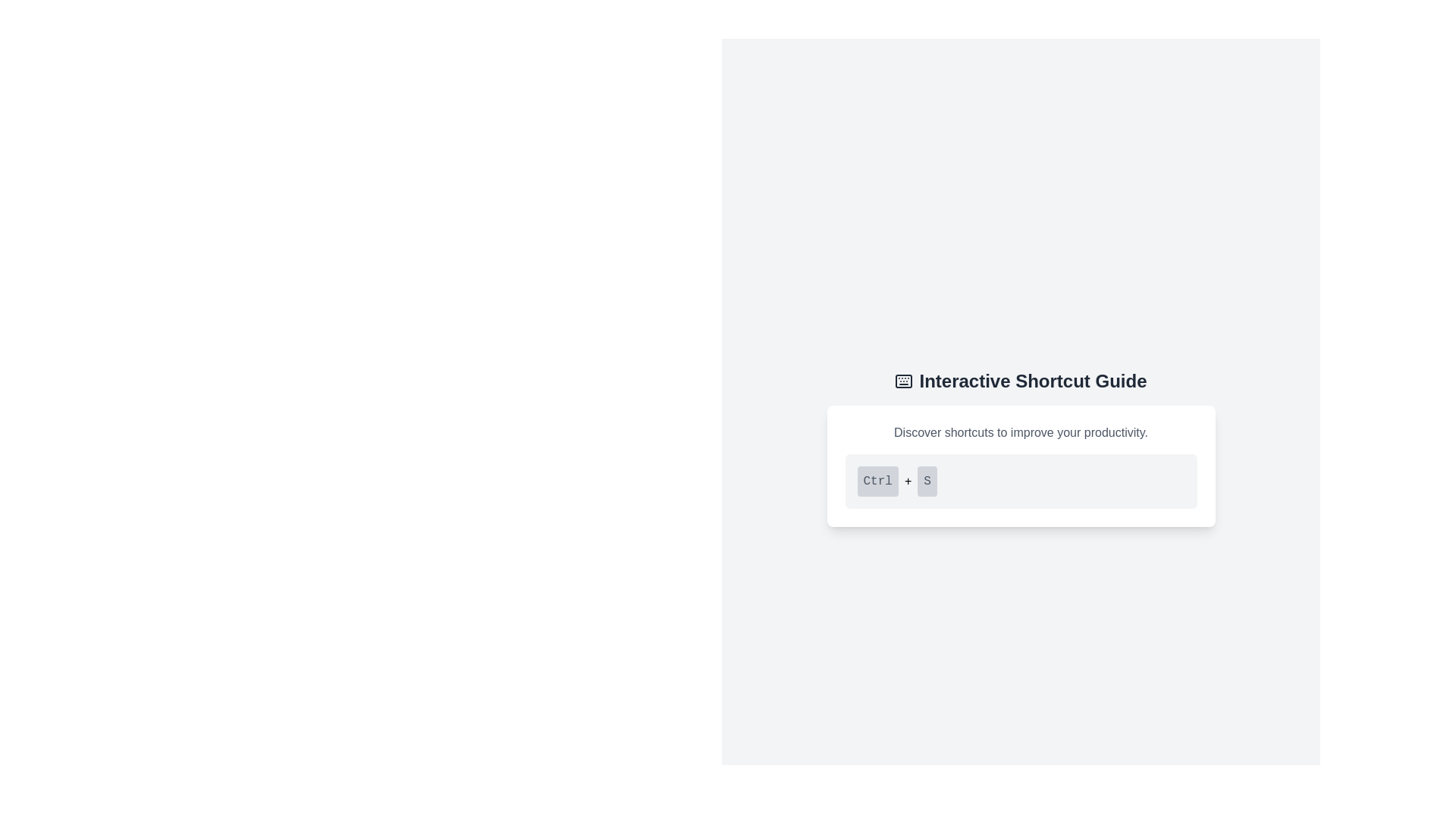  I want to click on the keyboard shortcut display element representing the key 'S', which is positioned to the right of the 'Ctrl' key, so click(927, 482).